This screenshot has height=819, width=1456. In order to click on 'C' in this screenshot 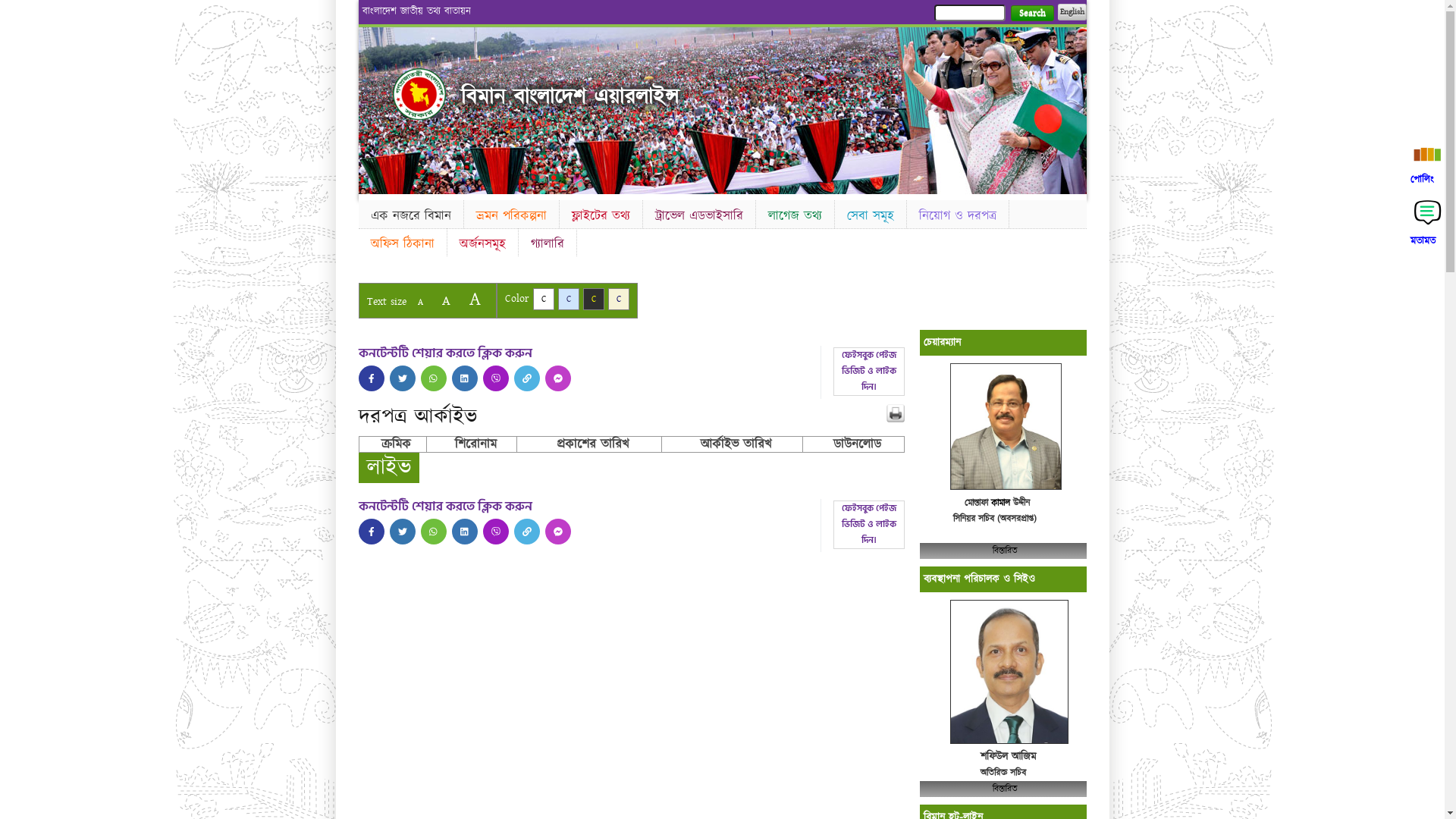, I will do `click(592, 299)`.